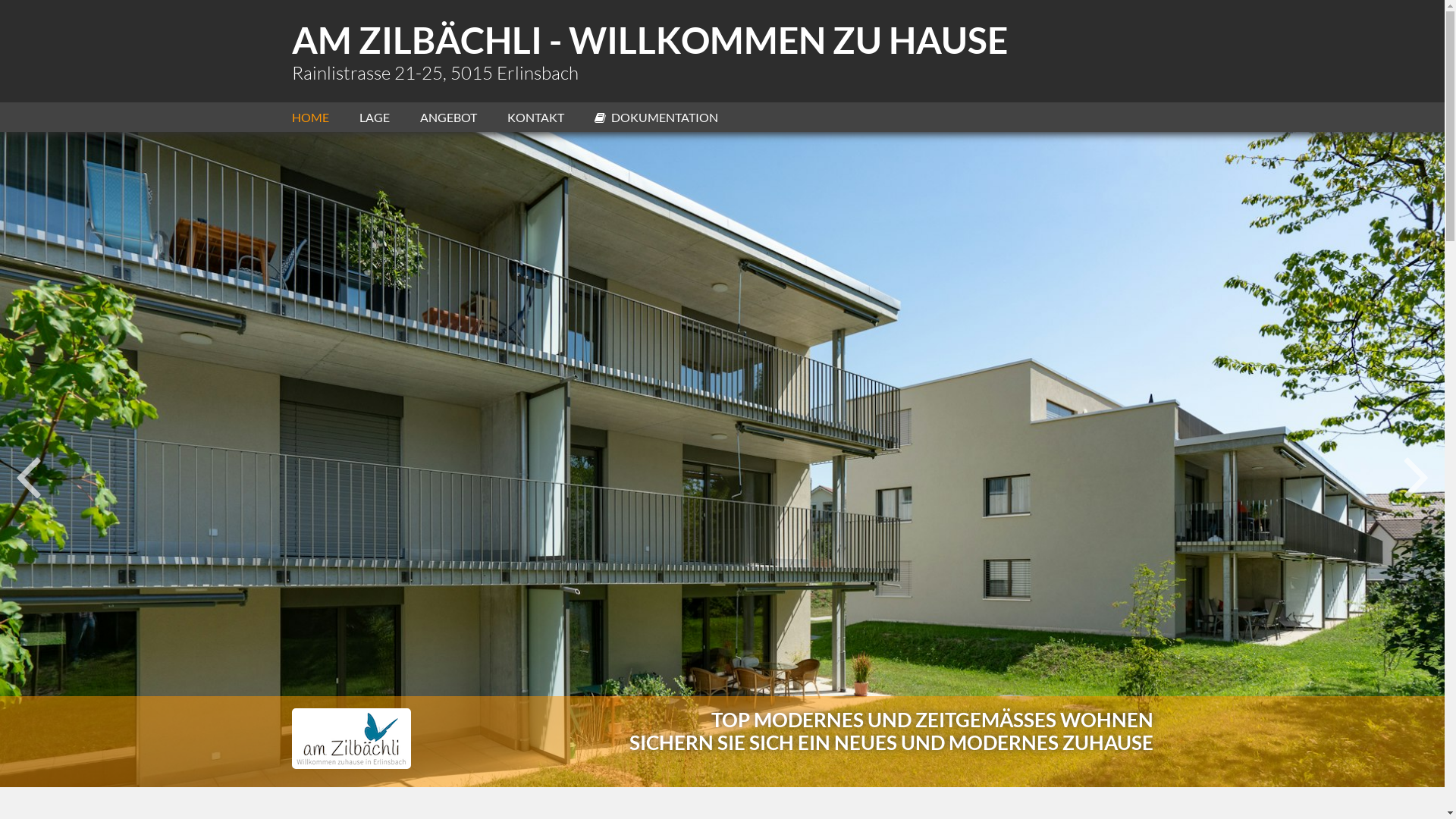  What do you see at coordinates (359, 116) in the screenshot?
I see `'LAGE'` at bounding box center [359, 116].